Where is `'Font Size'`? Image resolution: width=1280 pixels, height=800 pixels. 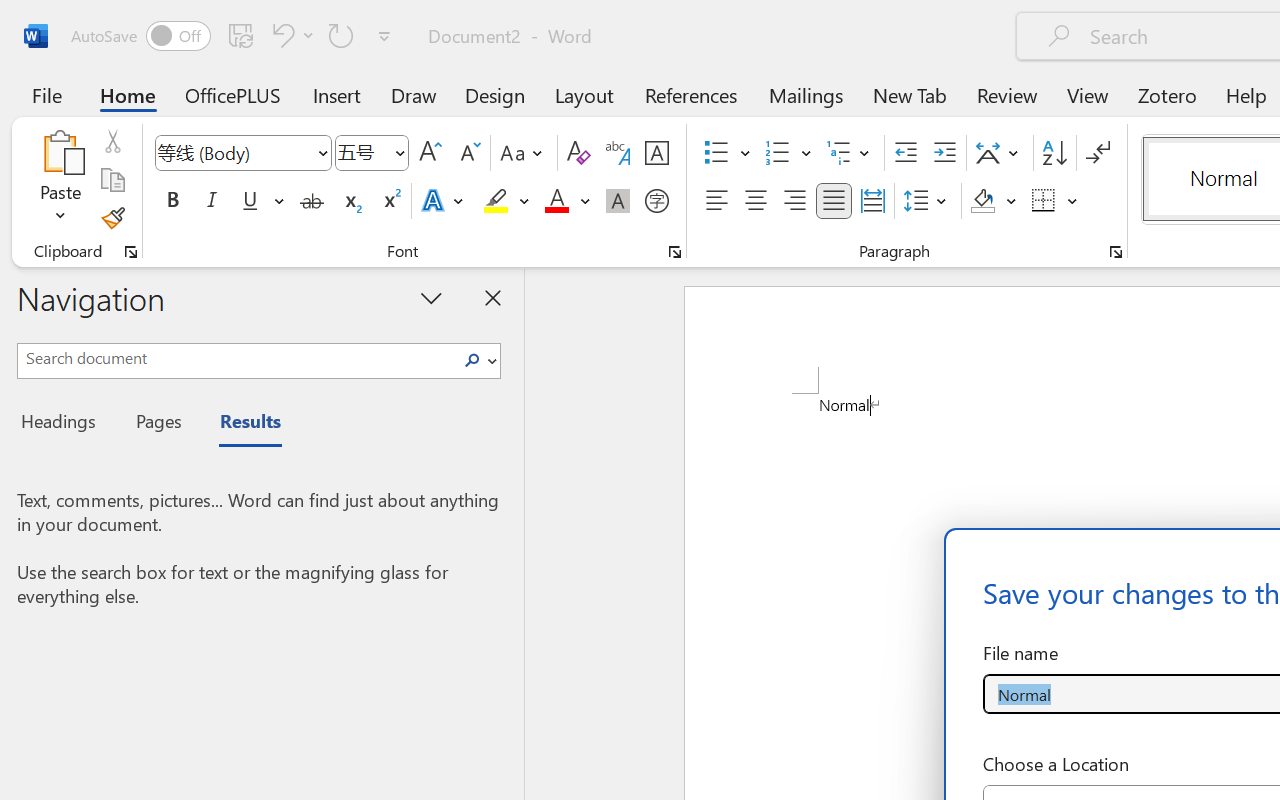 'Font Size' is located at coordinates (362, 152).